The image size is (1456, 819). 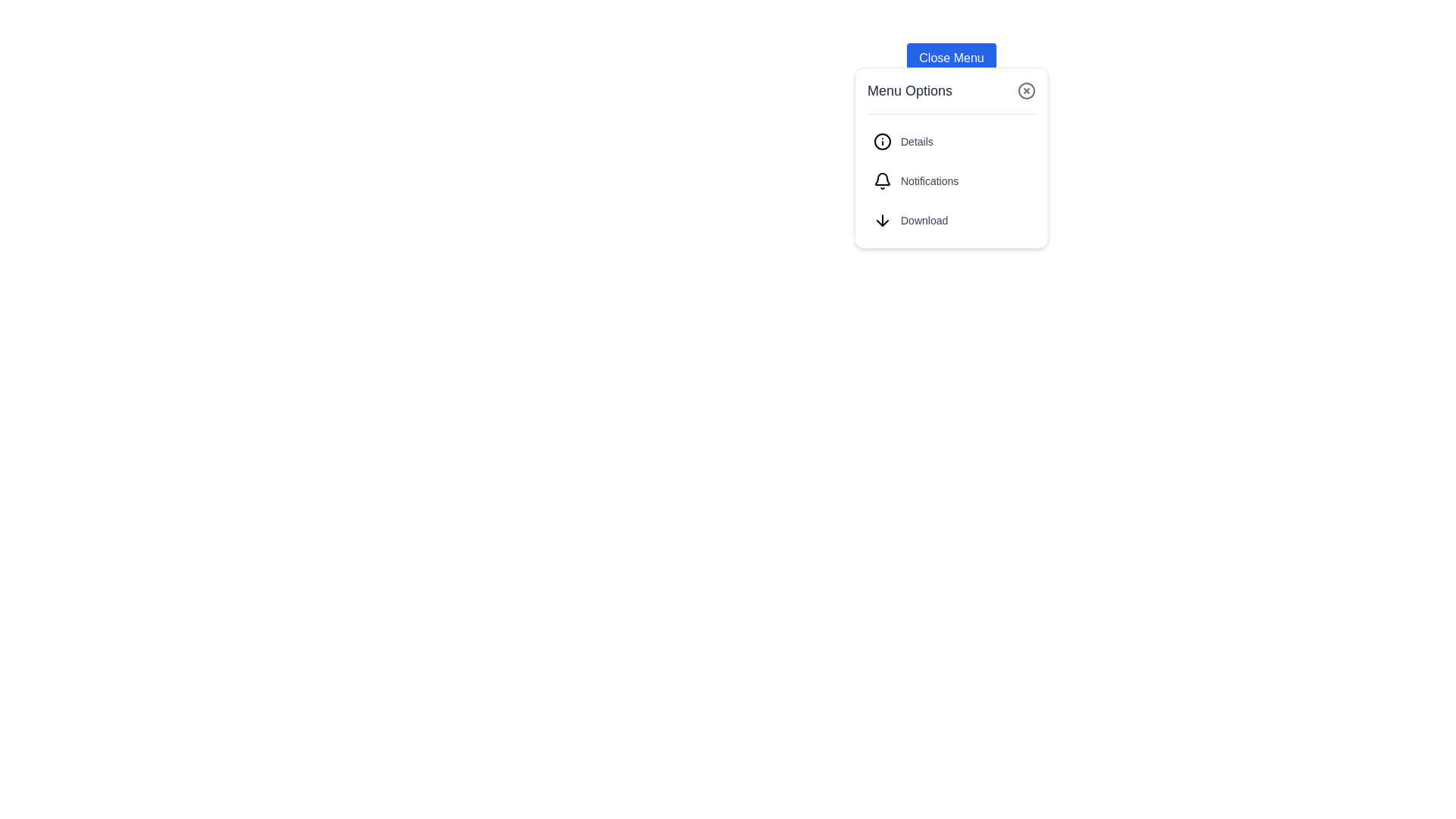 What do you see at coordinates (950, 220) in the screenshot?
I see `the 'Download' button located below the 'Notifications' option in the 'Menu Options' section` at bounding box center [950, 220].